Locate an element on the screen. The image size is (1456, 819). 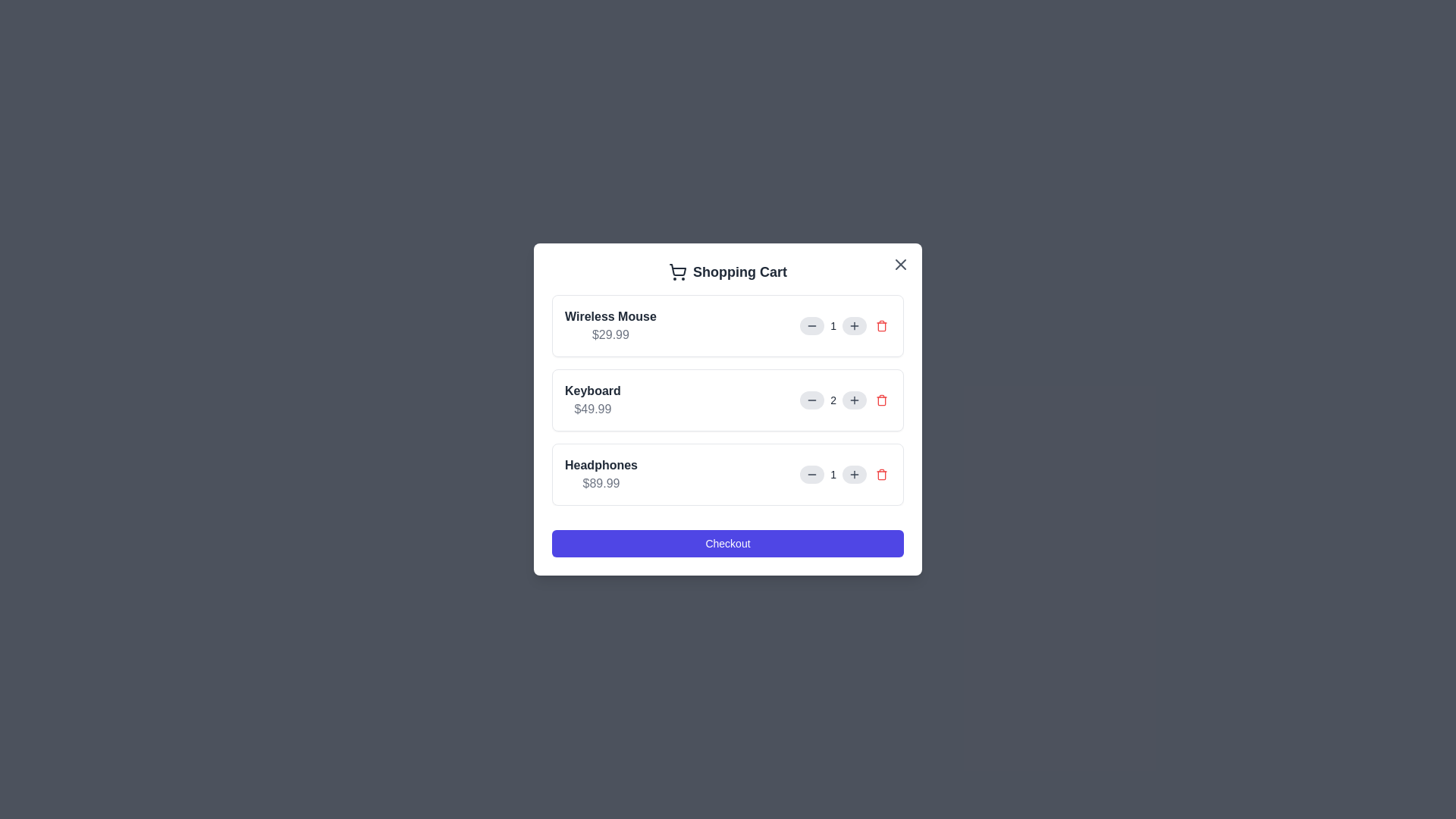
the Icon Button for the 'Wireless Mouse' in the shopping cart is located at coordinates (881, 325).